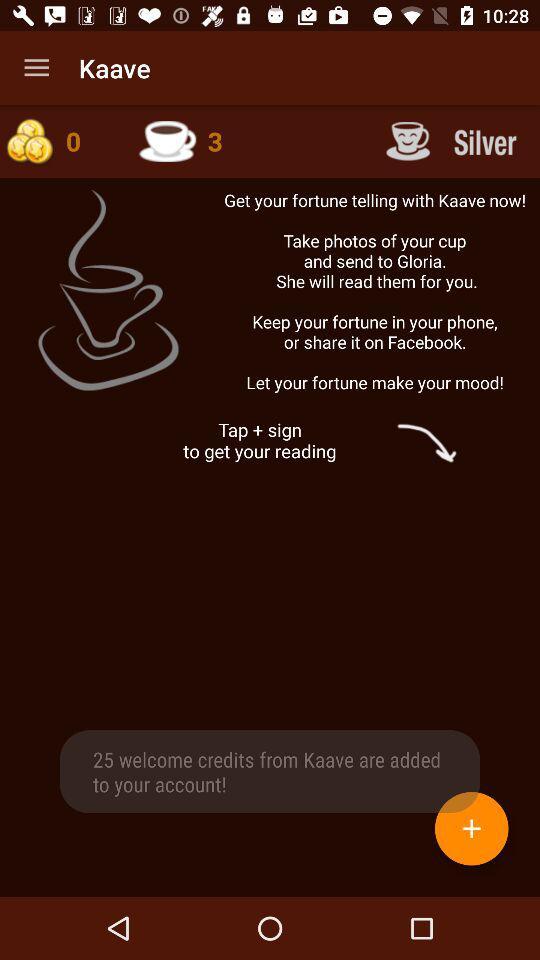 The height and width of the screenshot is (960, 540). What do you see at coordinates (59, 140) in the screenshot?
I see `coin currency` at bounding box center [59, 140].